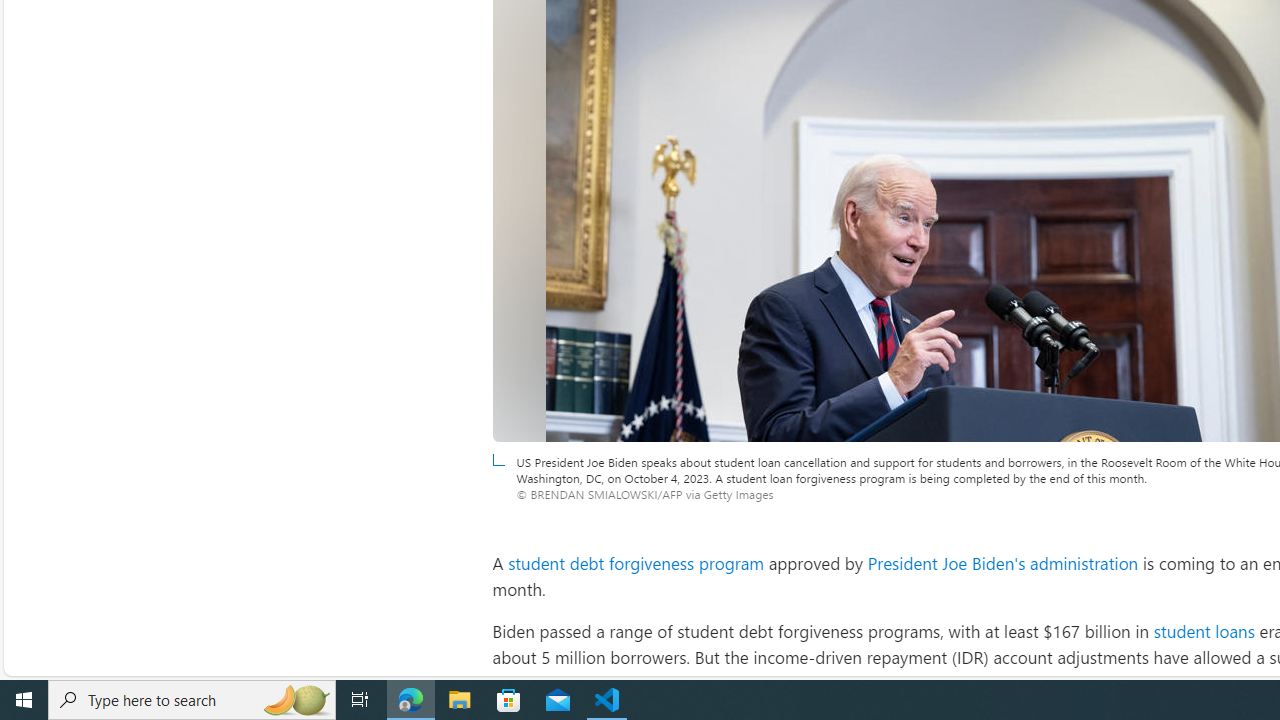 This screenshot has height=720, width=1280. What do you see at coordinates (635, 563) in the screenshot?
I see `'student debt forgiveness program'` at bounding box center [635, 563].